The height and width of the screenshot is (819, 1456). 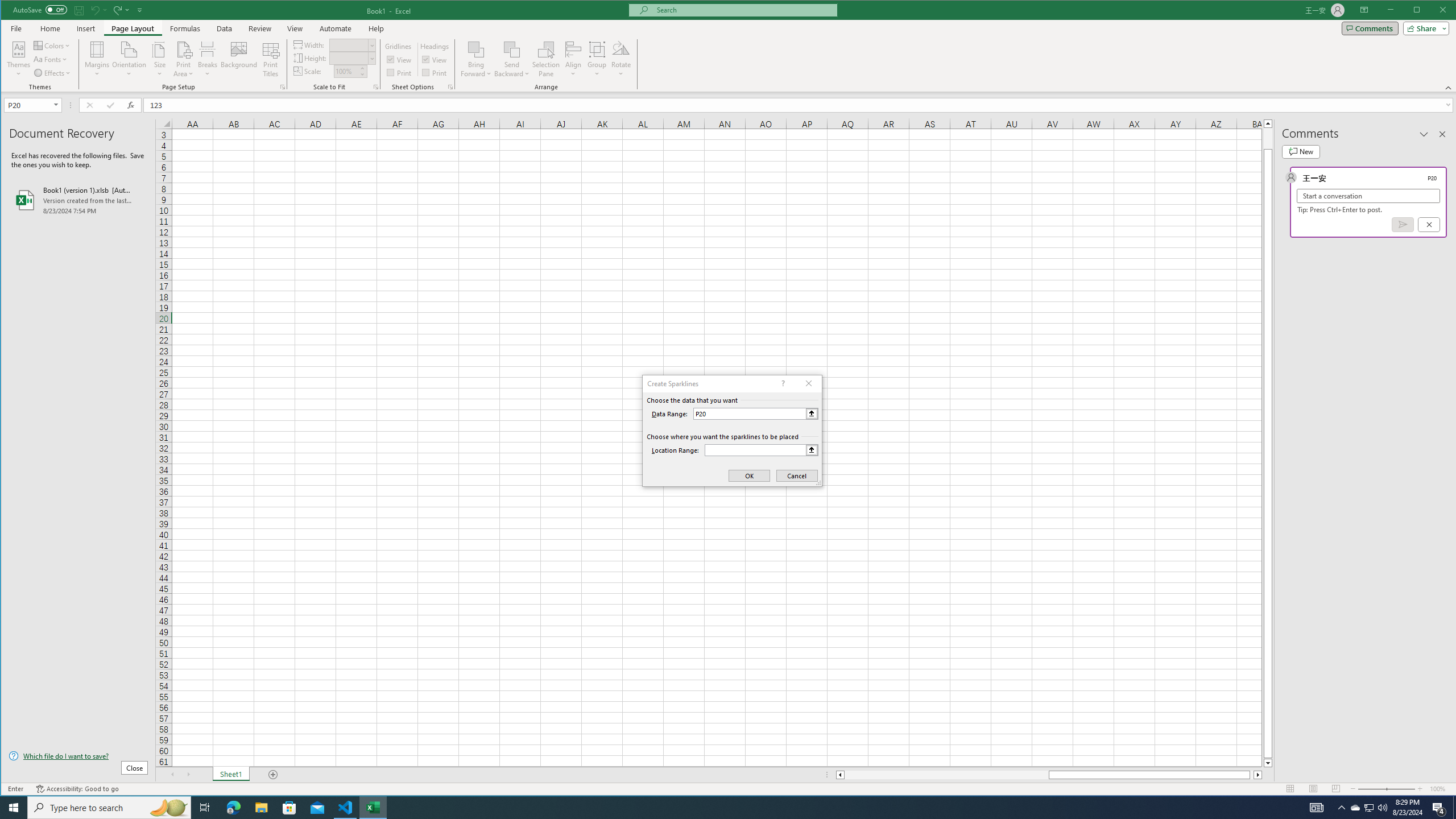 What do you see at coordinates (596, 59) in the screenshot?
I see `'Group'` at bounding box center [596, 59].